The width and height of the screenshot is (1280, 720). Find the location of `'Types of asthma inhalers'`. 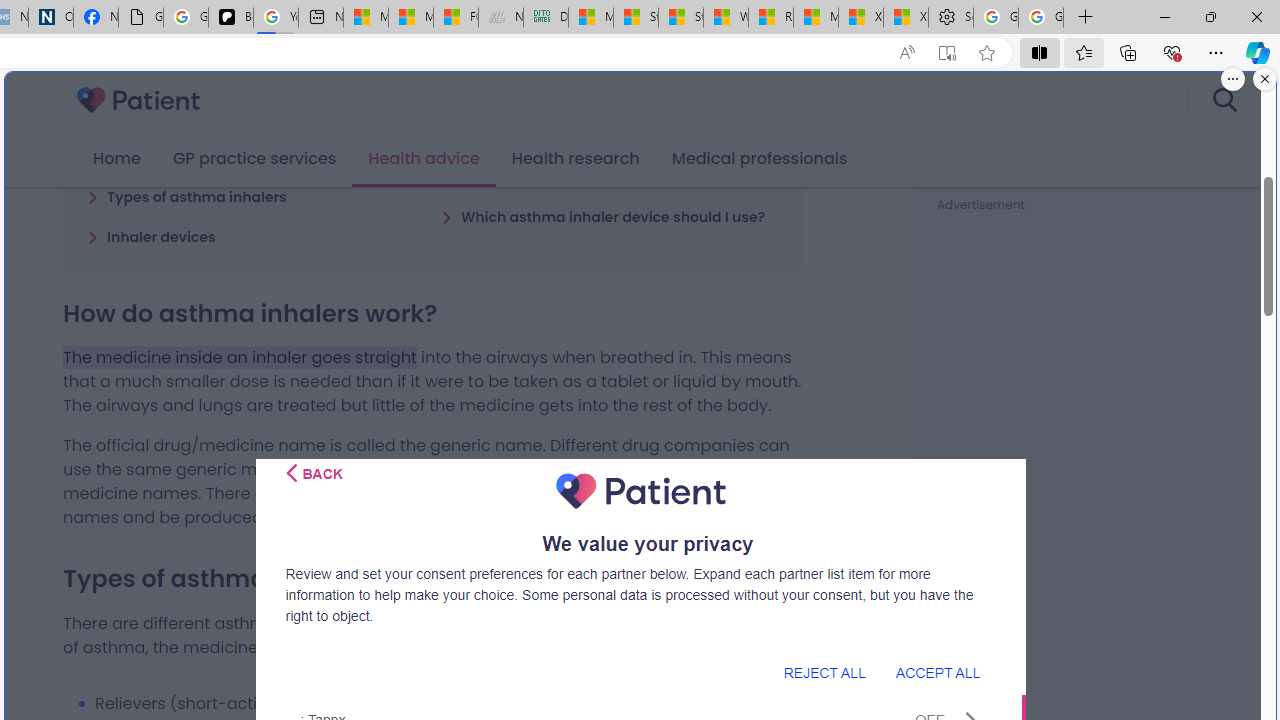

'Types of asthma inhalers' is located at coordinates (186, 196).